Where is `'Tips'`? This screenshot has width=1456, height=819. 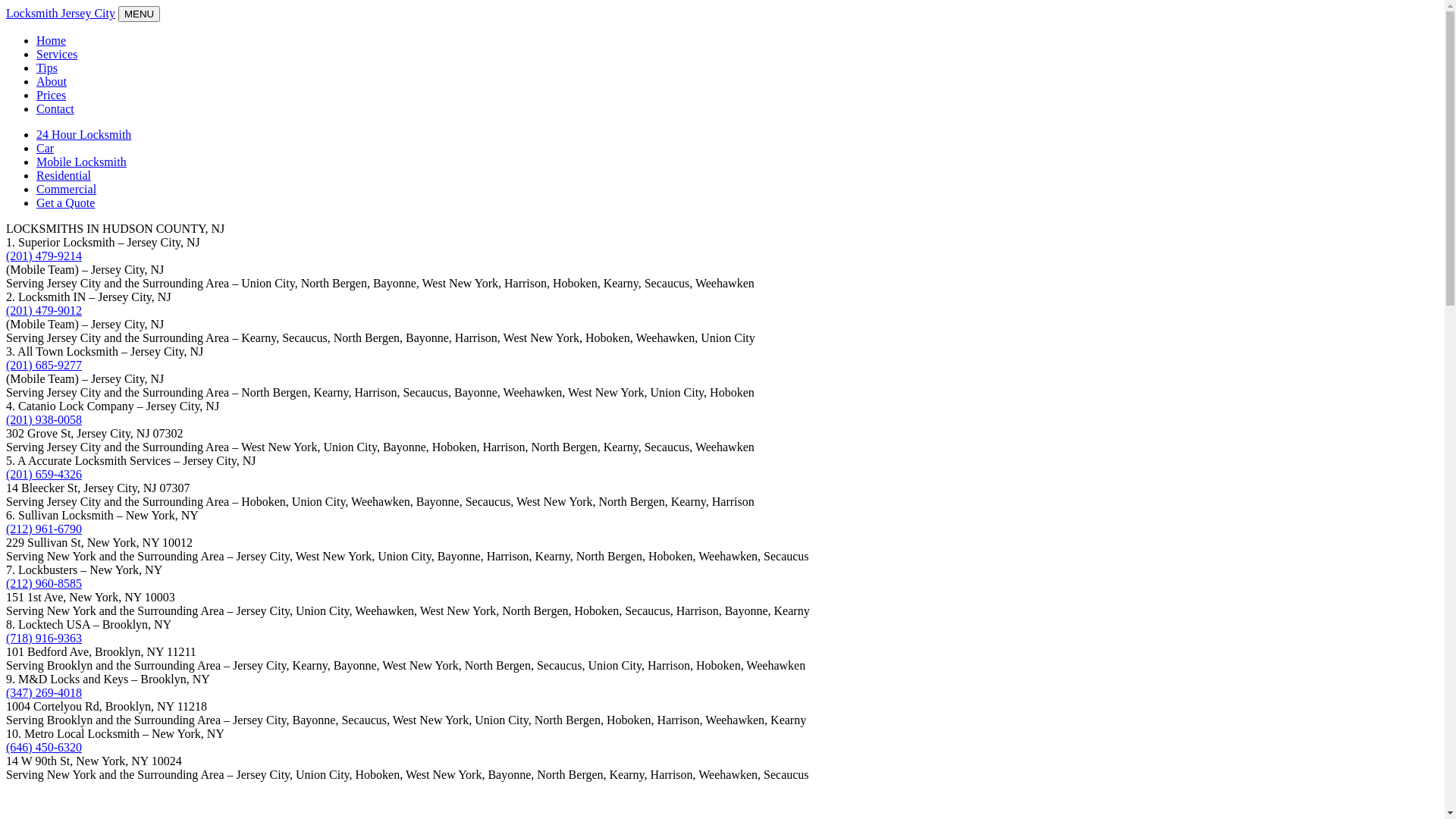 'Tips' is located at coordinates (36, 67).